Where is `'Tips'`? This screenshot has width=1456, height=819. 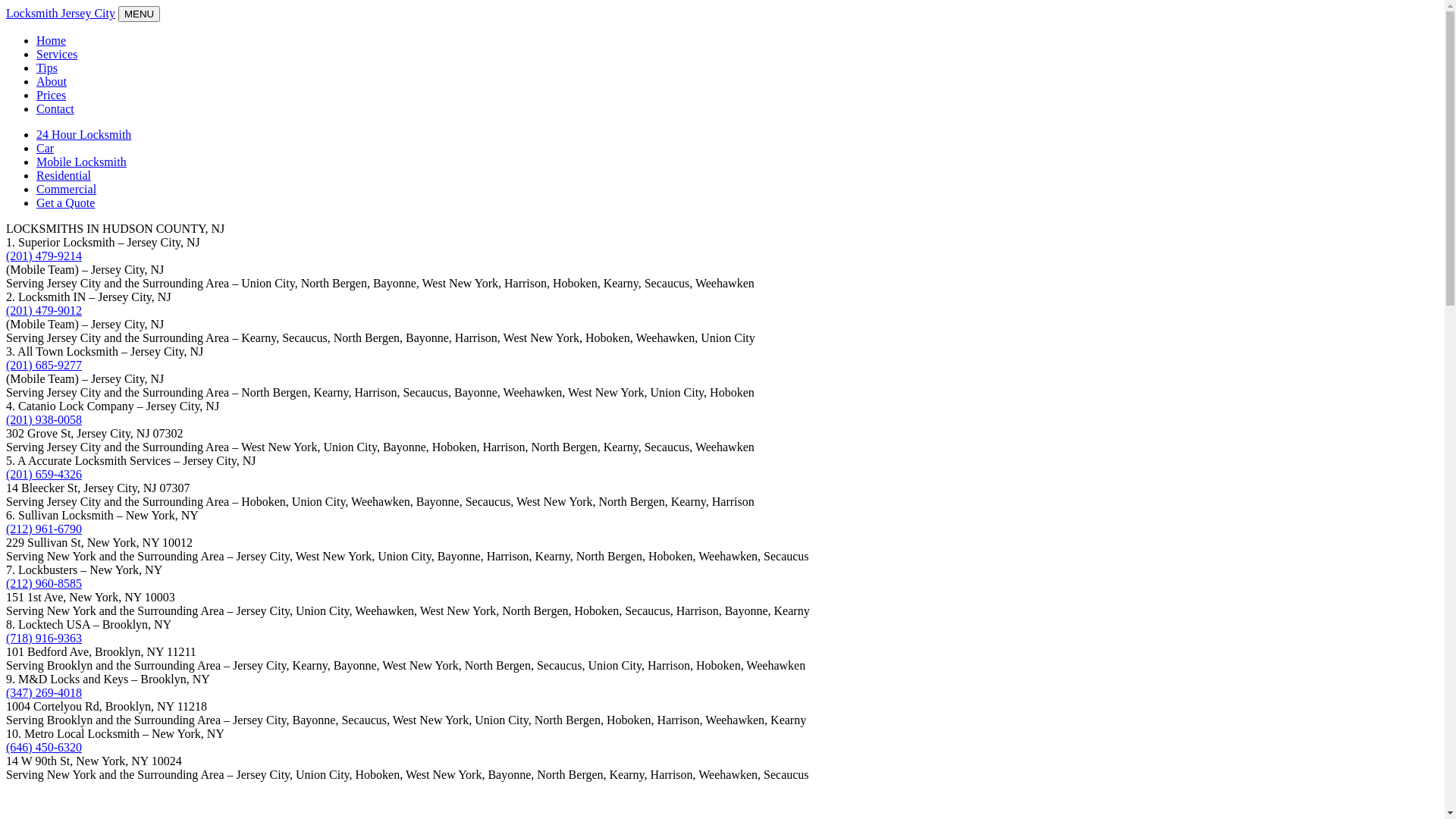 'Tips' is located at coordinates (36, 67).